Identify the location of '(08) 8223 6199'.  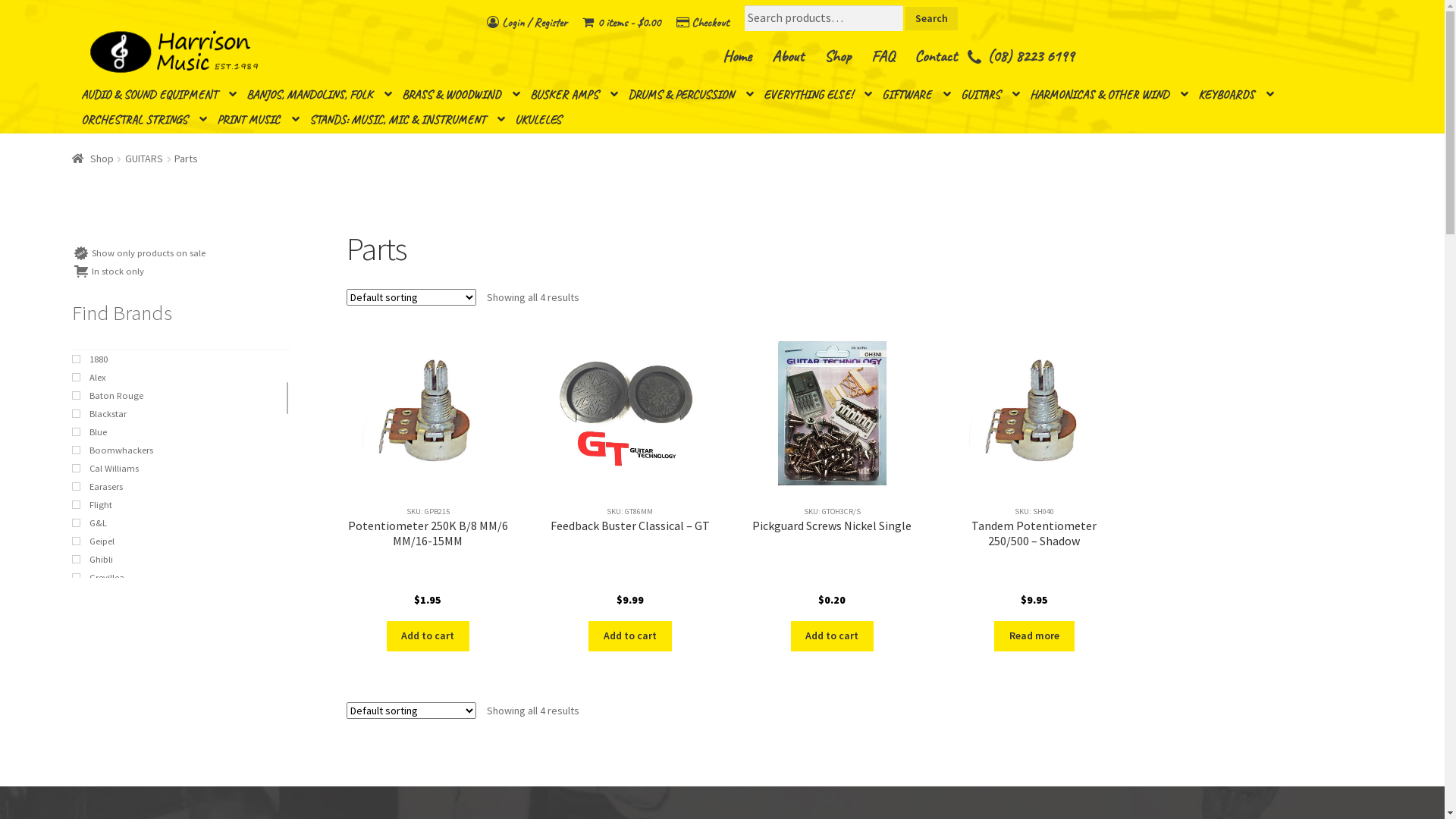
(1030, 55).